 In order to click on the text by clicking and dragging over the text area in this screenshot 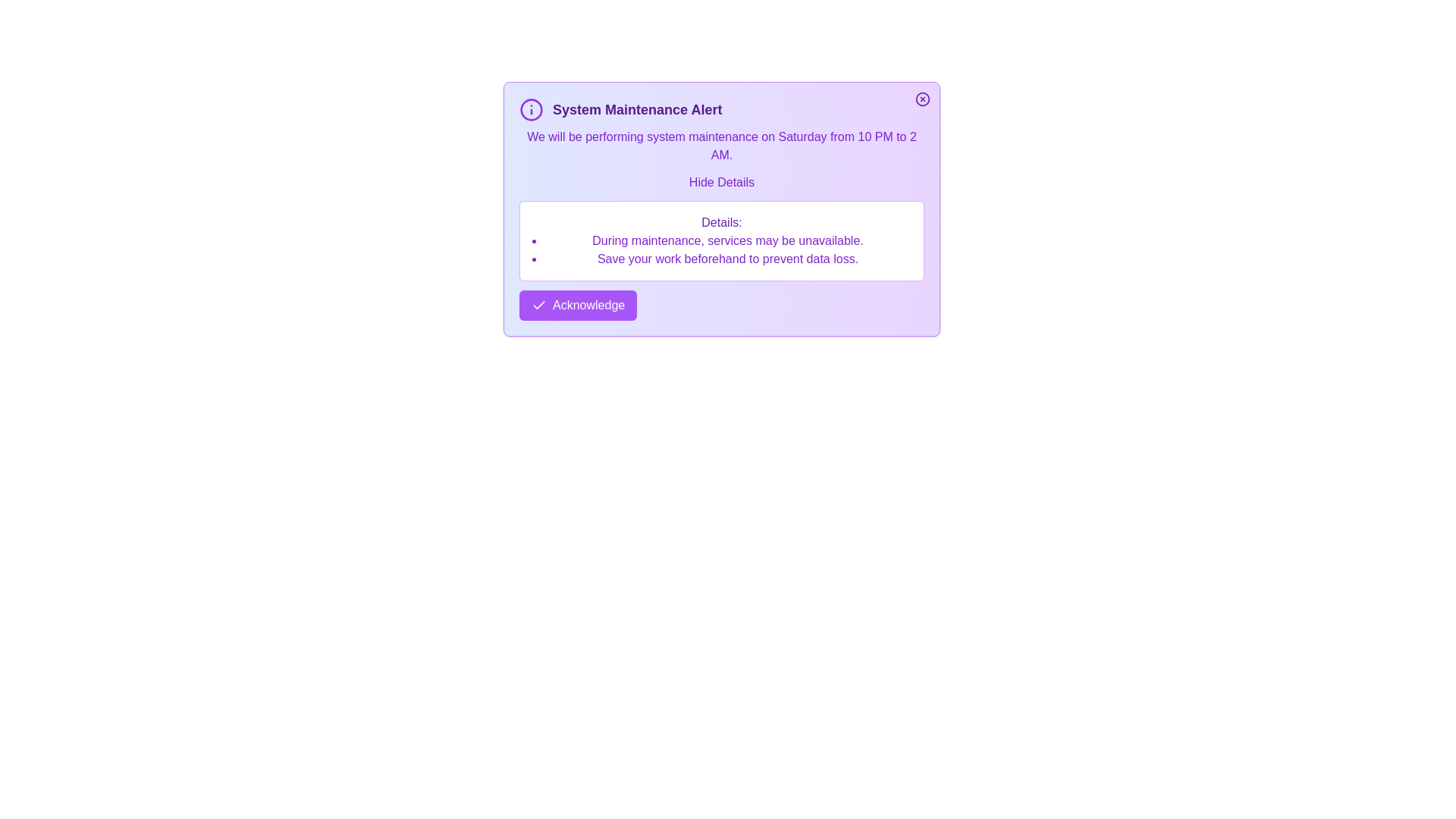, I will do `click(519, 127)`.